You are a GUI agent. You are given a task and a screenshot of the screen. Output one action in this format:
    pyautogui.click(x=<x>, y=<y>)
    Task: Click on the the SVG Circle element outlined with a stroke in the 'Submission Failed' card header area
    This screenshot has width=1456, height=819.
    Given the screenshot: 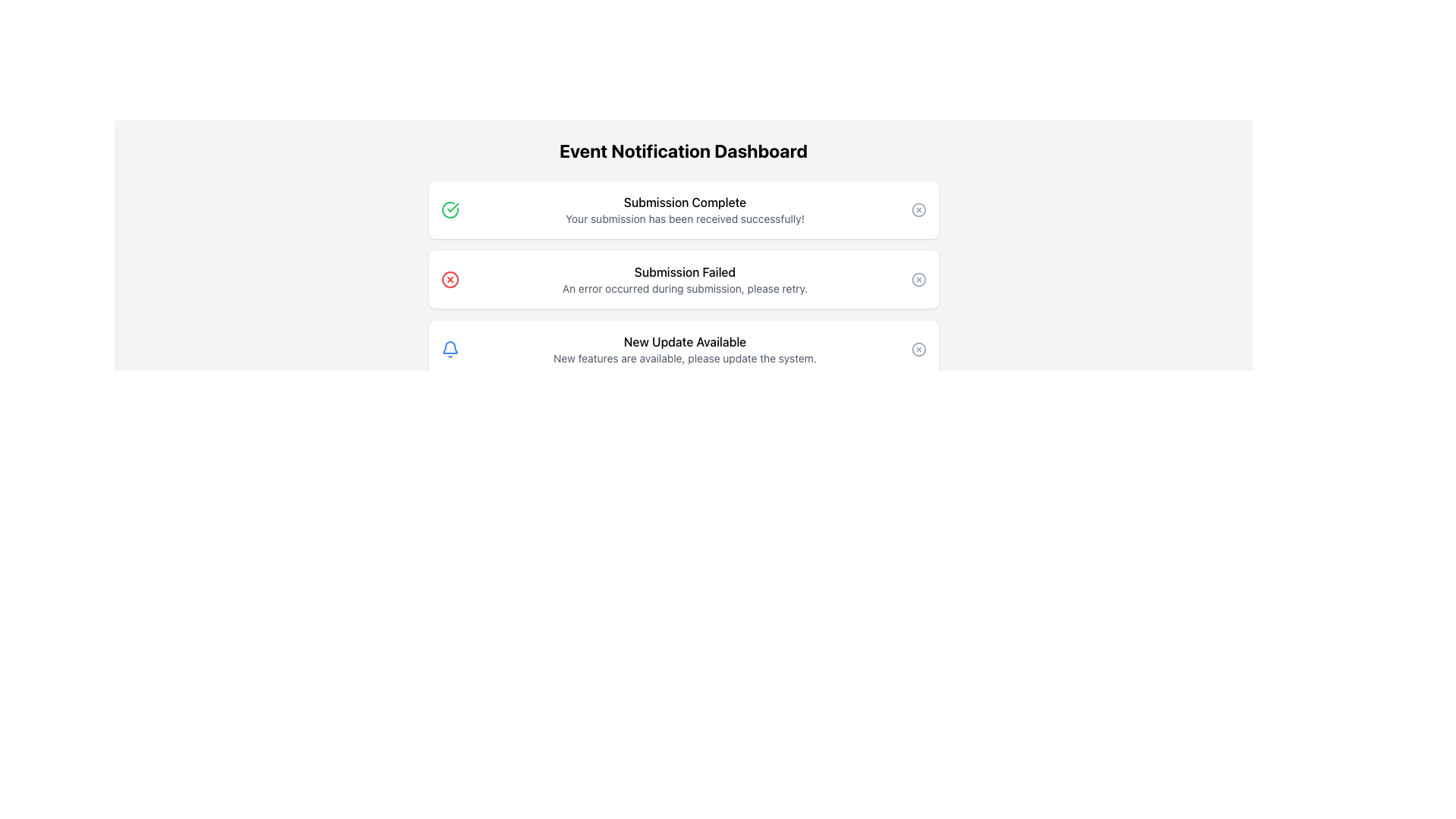 What is the action you would take?
    pyautogui.click(x=918, y=280)
    